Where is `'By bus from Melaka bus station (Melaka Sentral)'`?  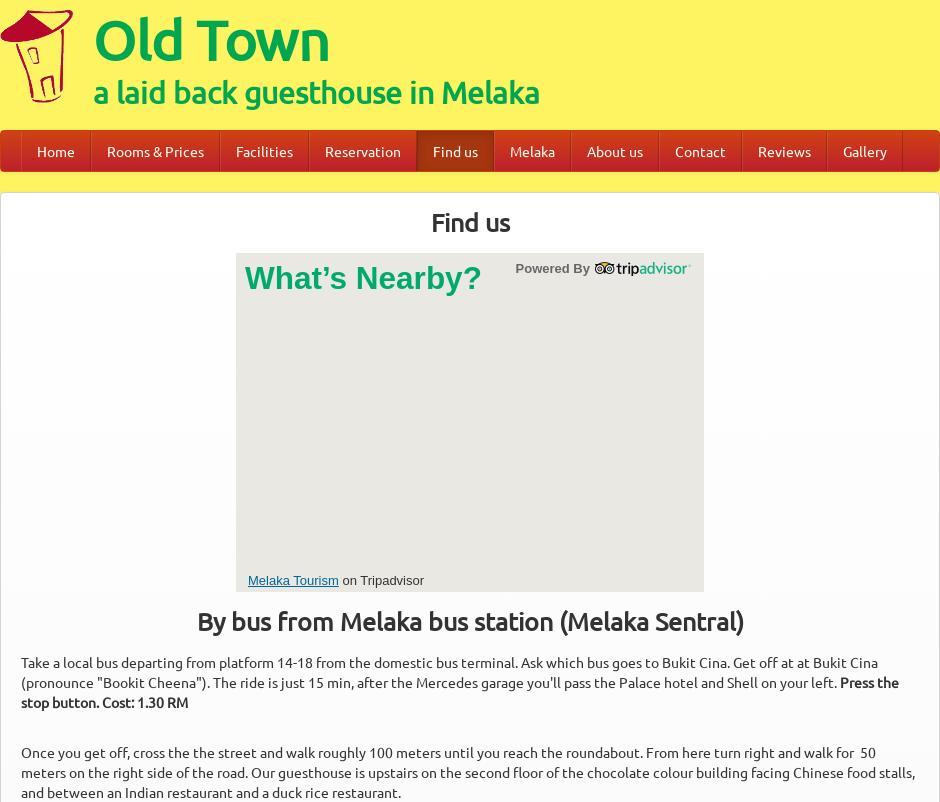 'By bus from Melaka bus station (Melaka Sentral)' is located at coordinates (468, 620).